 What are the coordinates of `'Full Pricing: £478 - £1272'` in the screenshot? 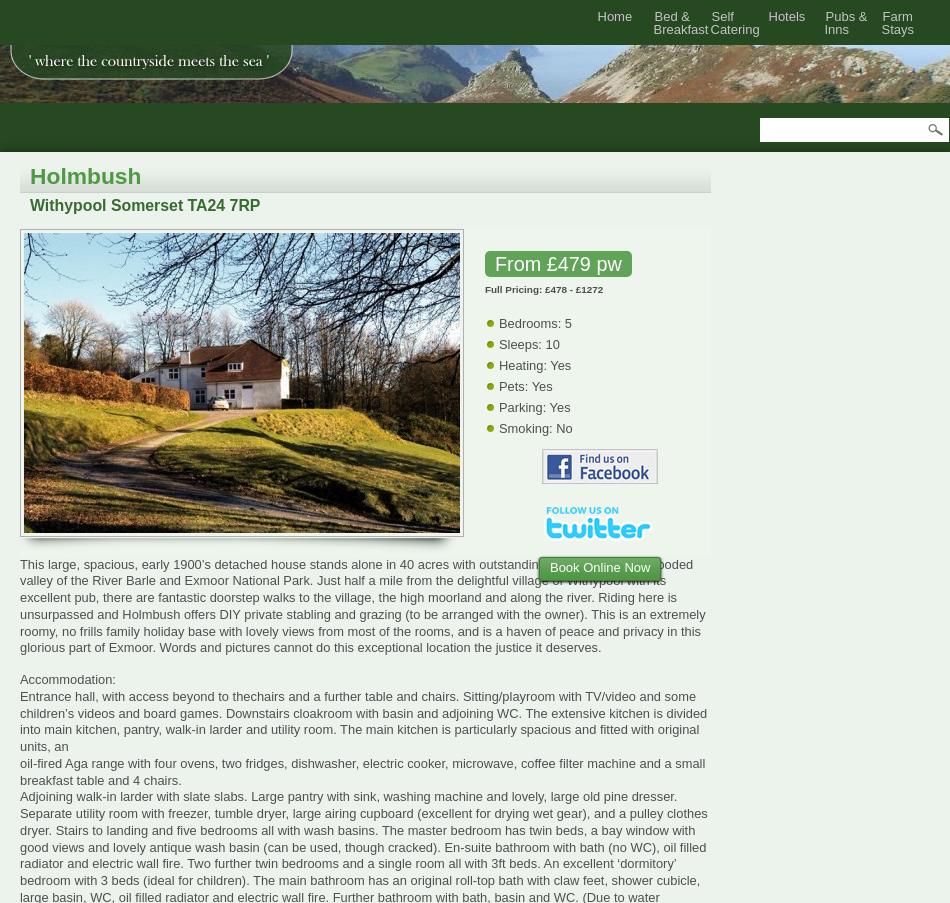 It's located at (543, 287).